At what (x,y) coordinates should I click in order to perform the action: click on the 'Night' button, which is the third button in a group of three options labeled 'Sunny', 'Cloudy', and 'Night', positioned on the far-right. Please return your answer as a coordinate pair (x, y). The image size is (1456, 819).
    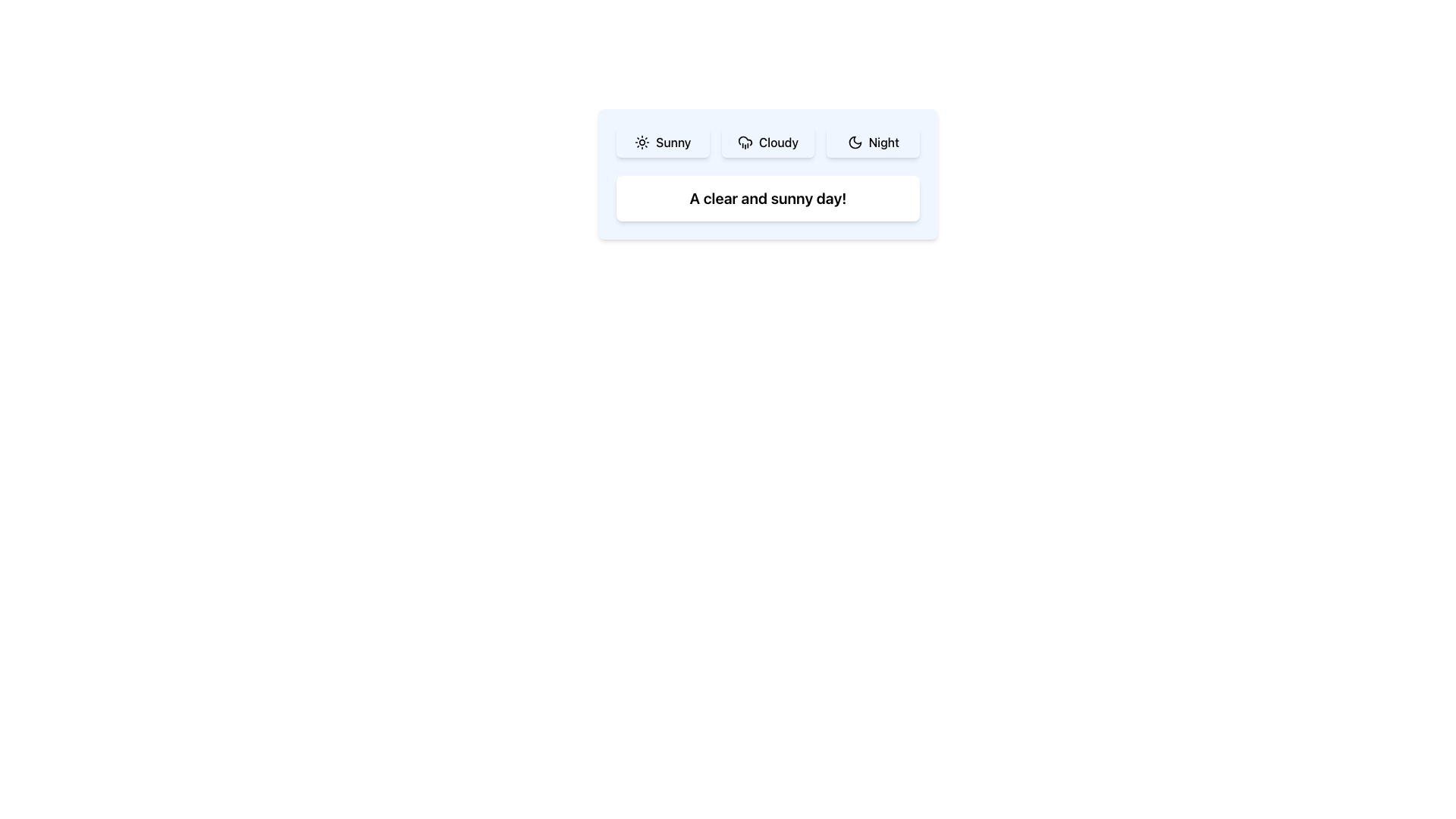
    Looking at the image, I should click on (873, 143).